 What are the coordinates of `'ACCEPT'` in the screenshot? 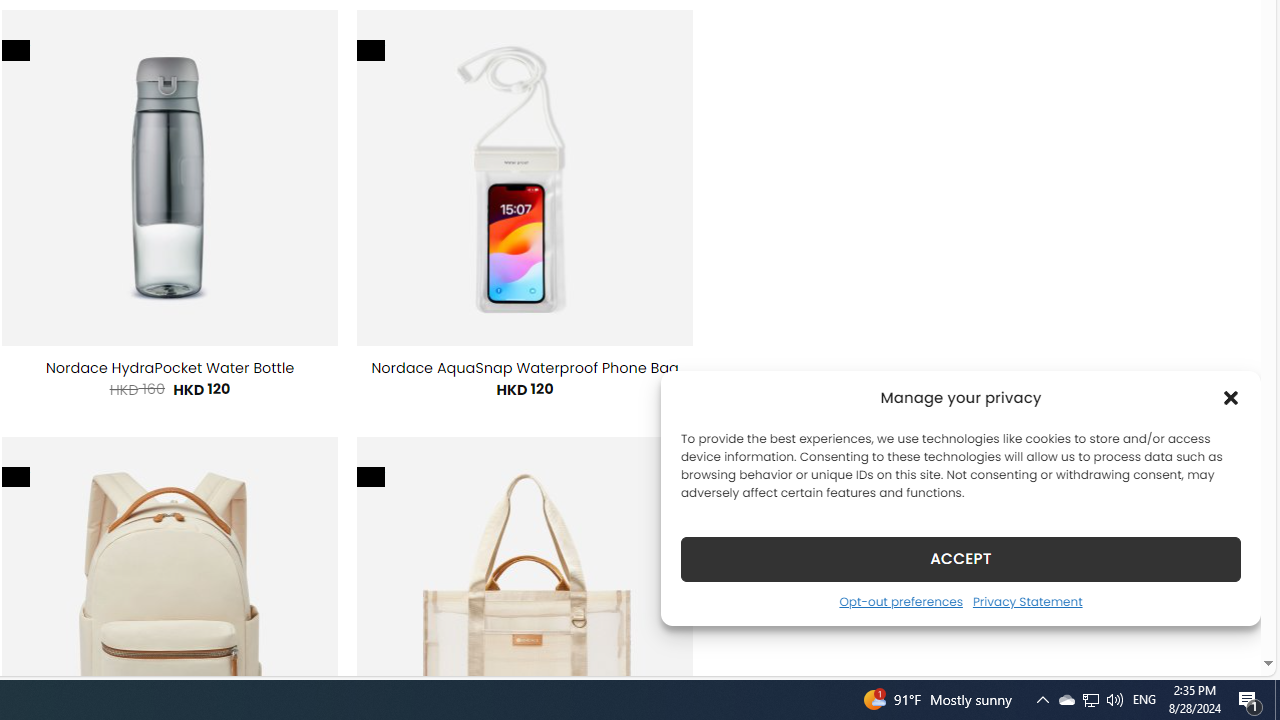 It's located at (961, 558).